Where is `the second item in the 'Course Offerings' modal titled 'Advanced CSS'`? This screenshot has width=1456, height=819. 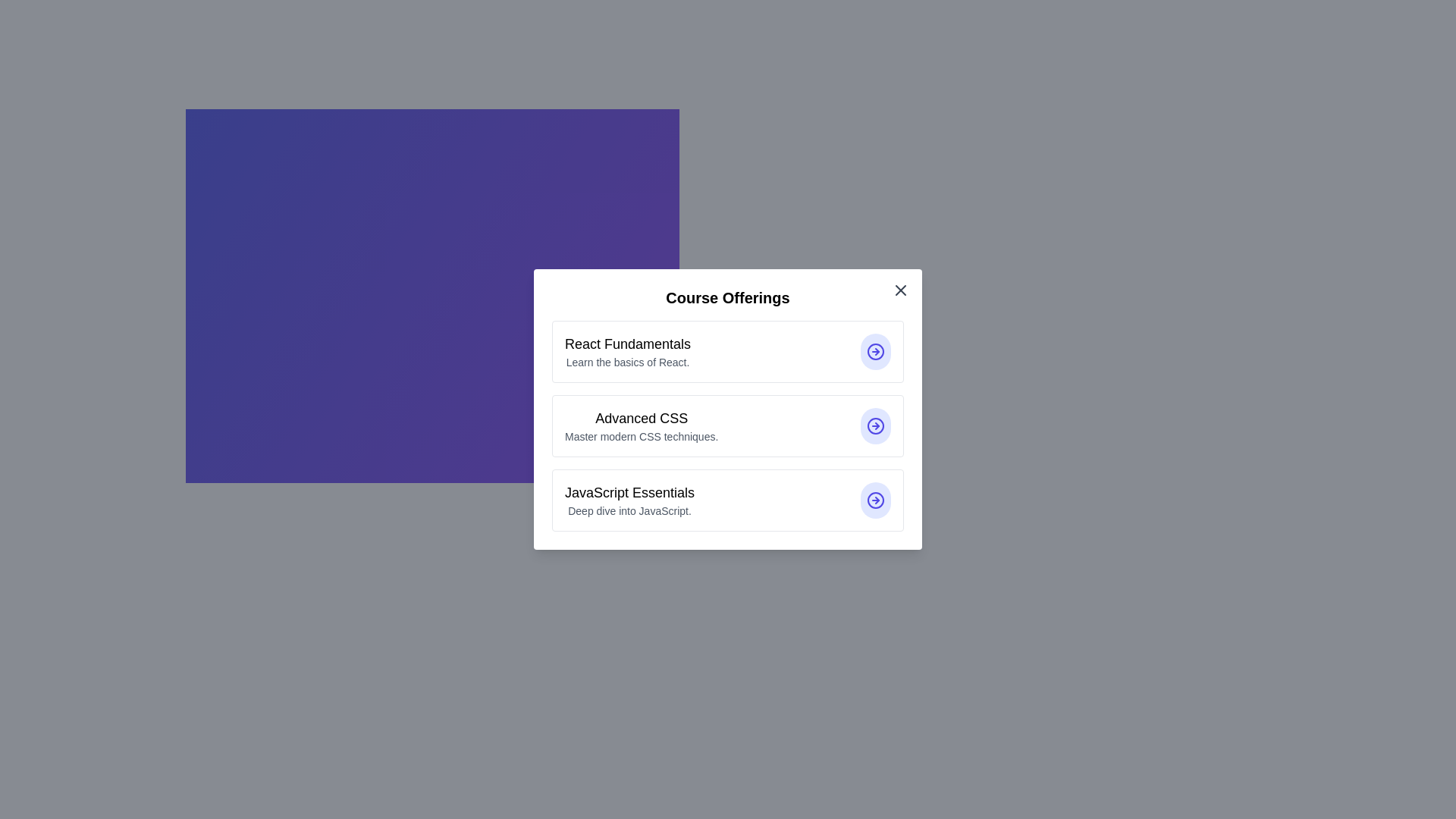 the second item in the 'Course Offerings' modal titled 'Advanced CSS' is located at coordinates (728, 426).